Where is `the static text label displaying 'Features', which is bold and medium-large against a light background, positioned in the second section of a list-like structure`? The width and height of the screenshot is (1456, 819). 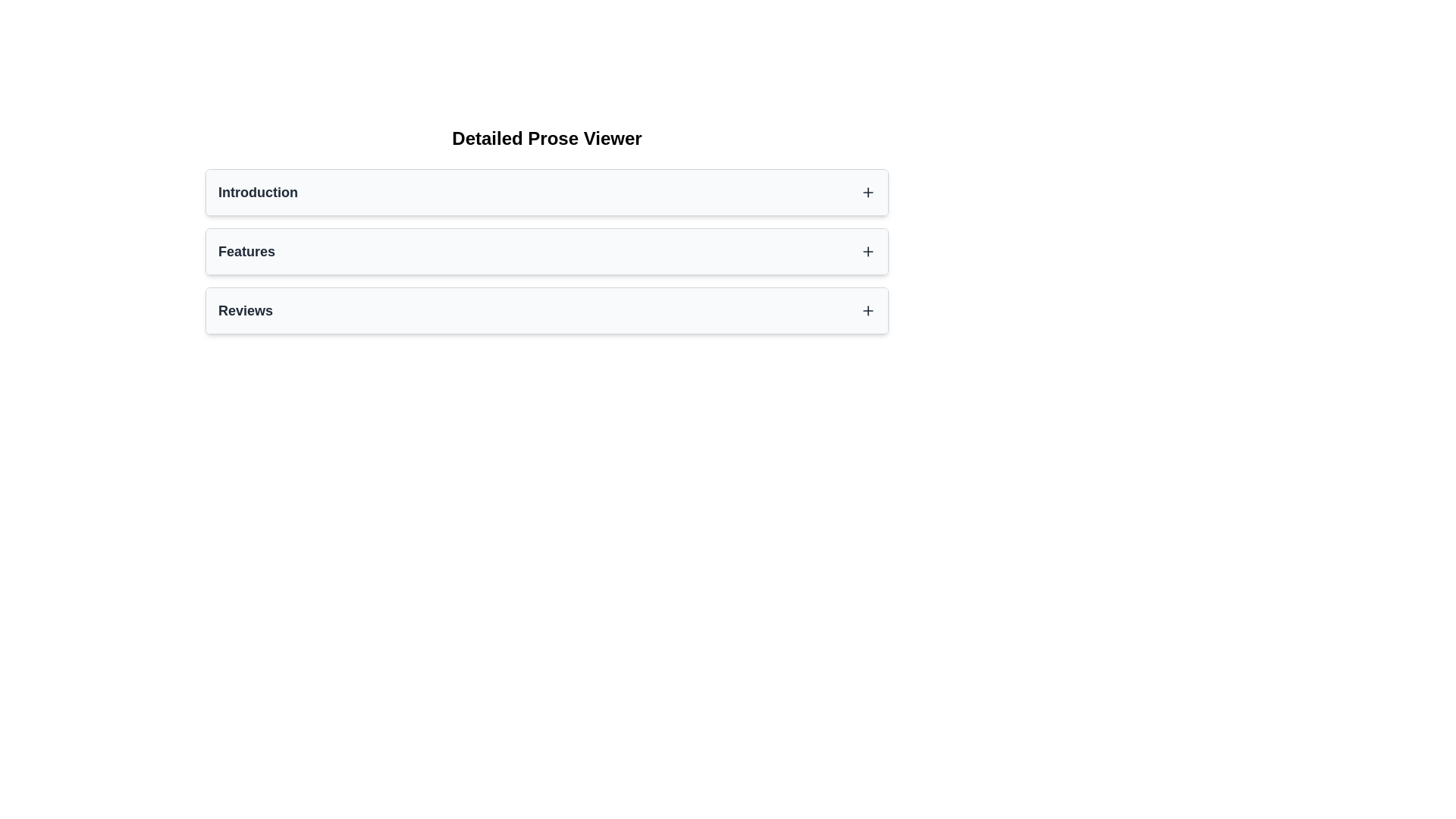 the static text label displaying 'Features', which is bold and medium-large against a light background, positioned in the second section of a list-like structure is located at coordinates (246, 250).